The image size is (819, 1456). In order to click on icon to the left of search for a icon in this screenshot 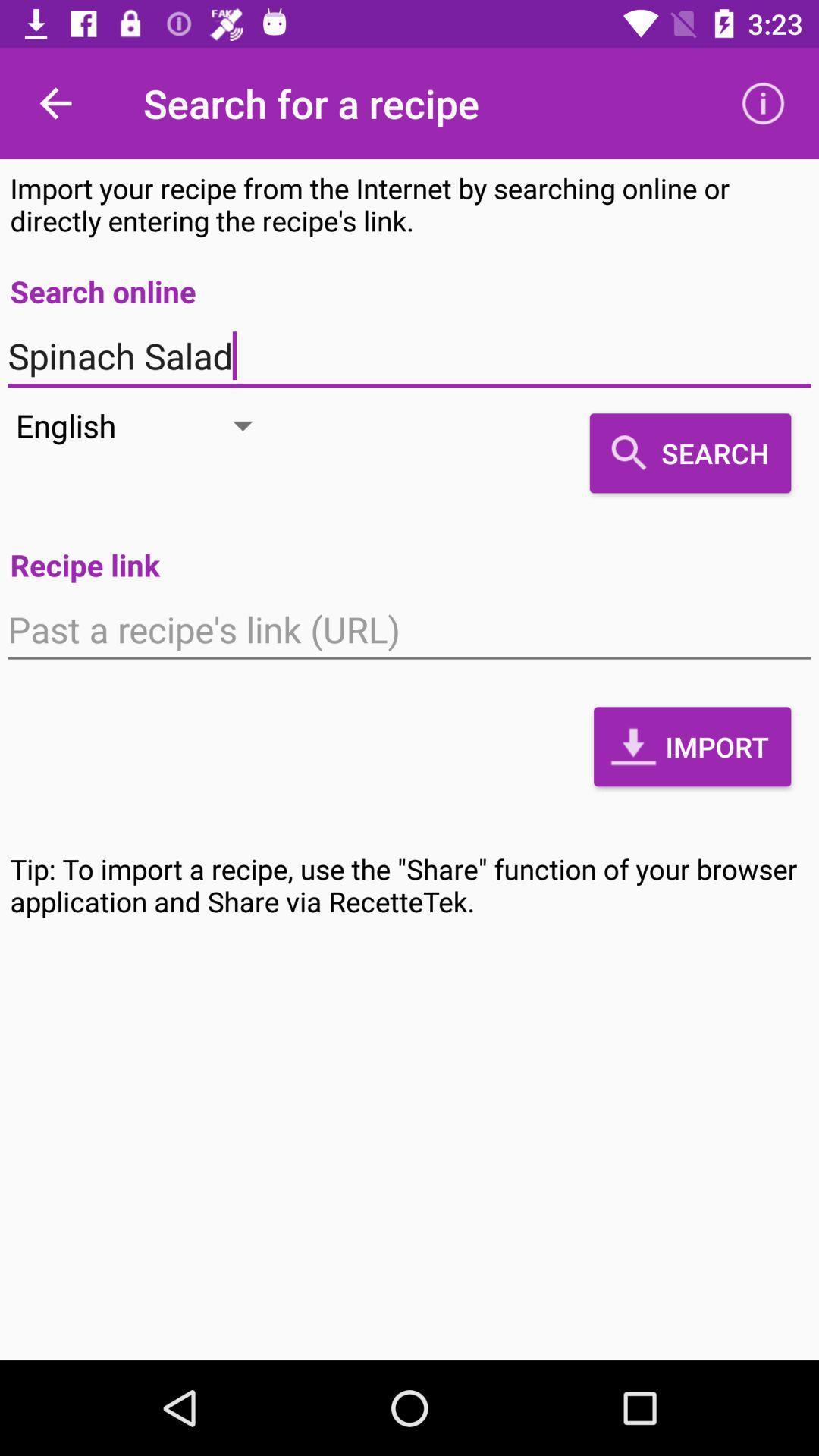, I will do `click(55, 102)`.